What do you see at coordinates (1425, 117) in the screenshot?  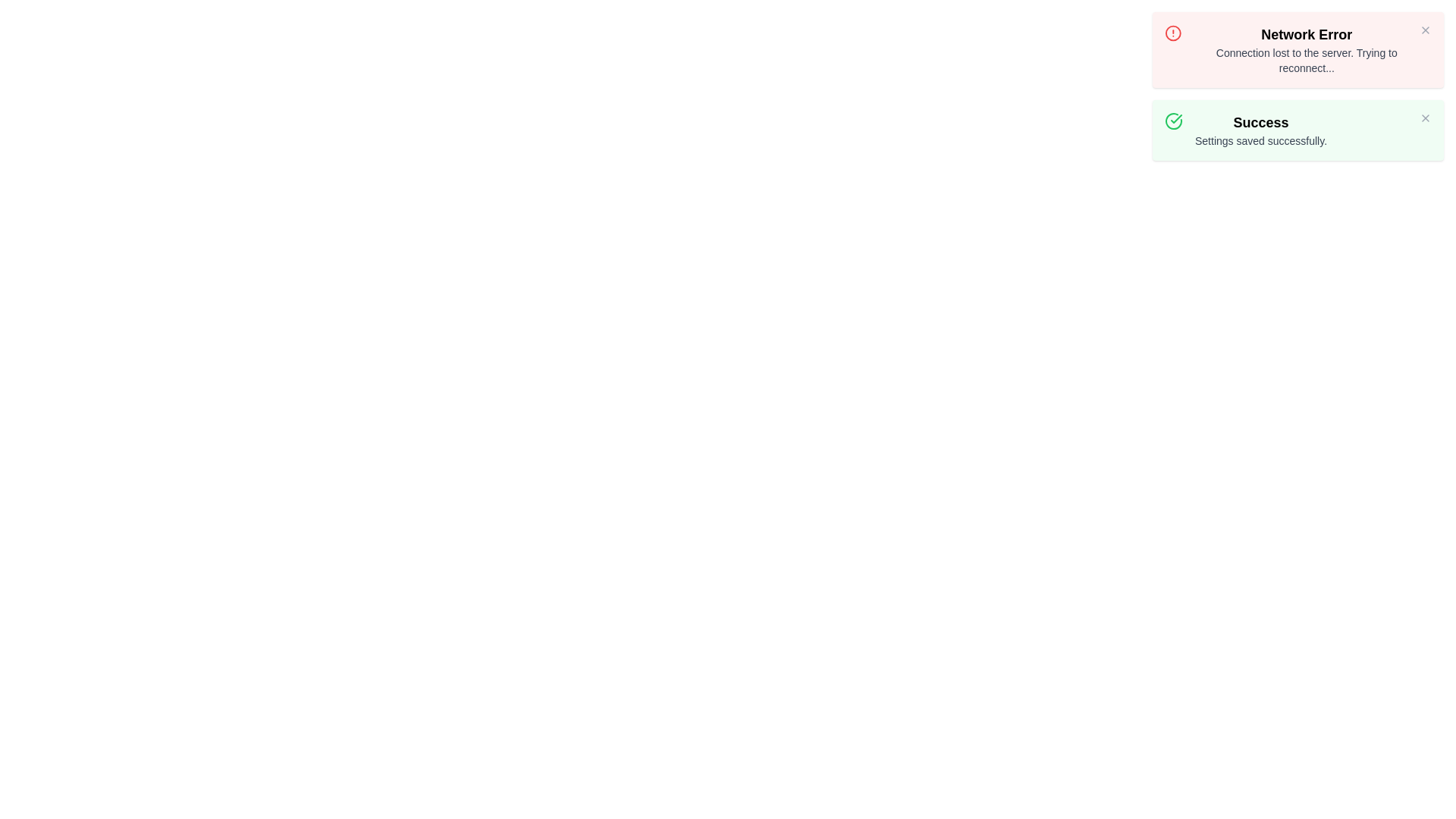 I see `the close button located in the top-right corner of the notification box that displays the message starting with 'Success' and the description 'Settings saved successfully.'` at bounding box center [1425, 117].